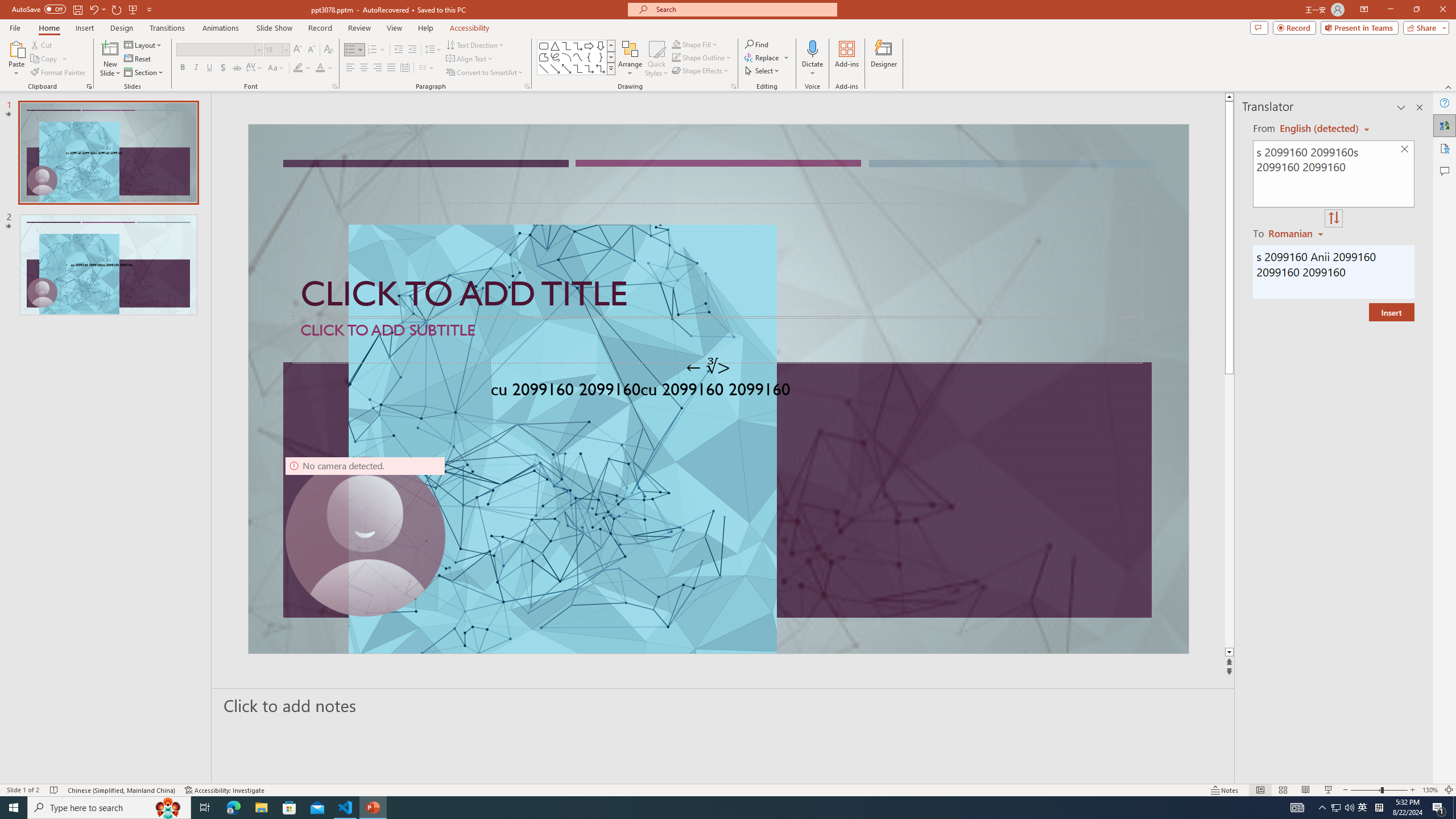 The width and height of the screenshot is (1456, 819). I want to click on 'Shape Effects', so click(700, 69).